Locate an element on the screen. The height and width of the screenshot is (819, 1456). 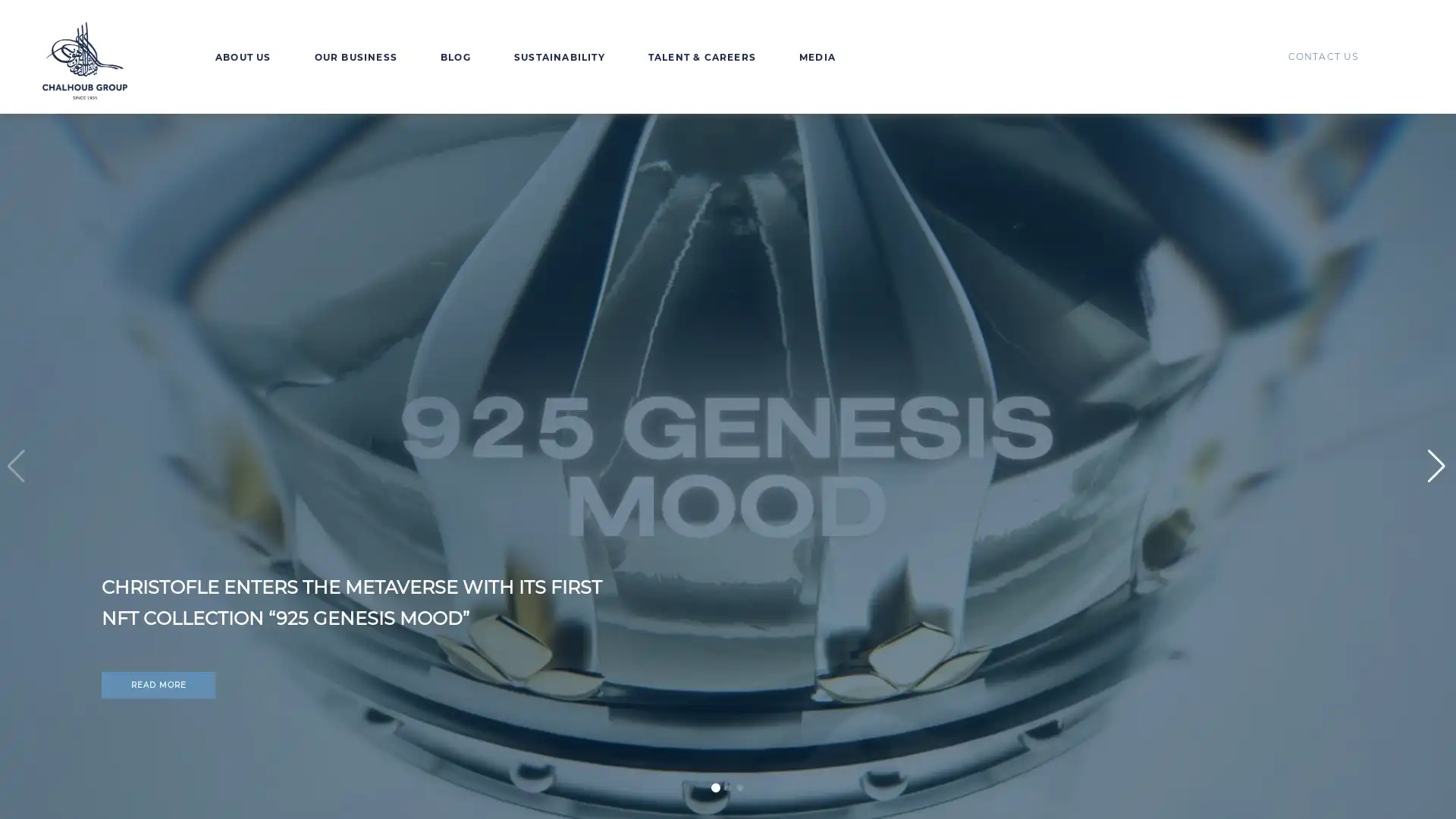
Go to slide 2 is located at coordinates (728, 786).